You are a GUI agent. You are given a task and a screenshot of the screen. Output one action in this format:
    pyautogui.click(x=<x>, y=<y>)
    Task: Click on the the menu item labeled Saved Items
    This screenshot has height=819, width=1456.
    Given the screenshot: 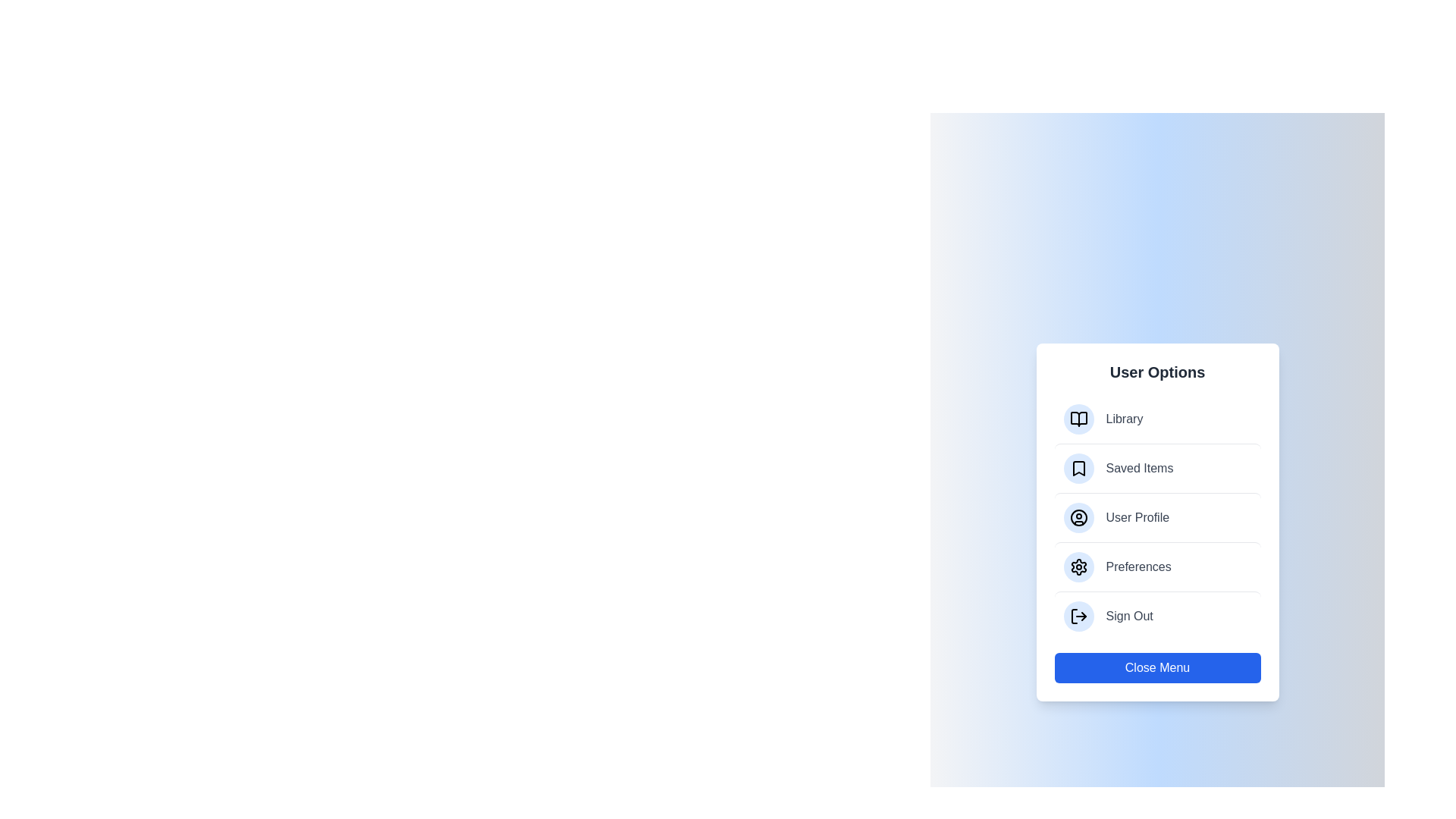 What is the action you would take?
    pyautogui.click(x=1156, y=467)
    